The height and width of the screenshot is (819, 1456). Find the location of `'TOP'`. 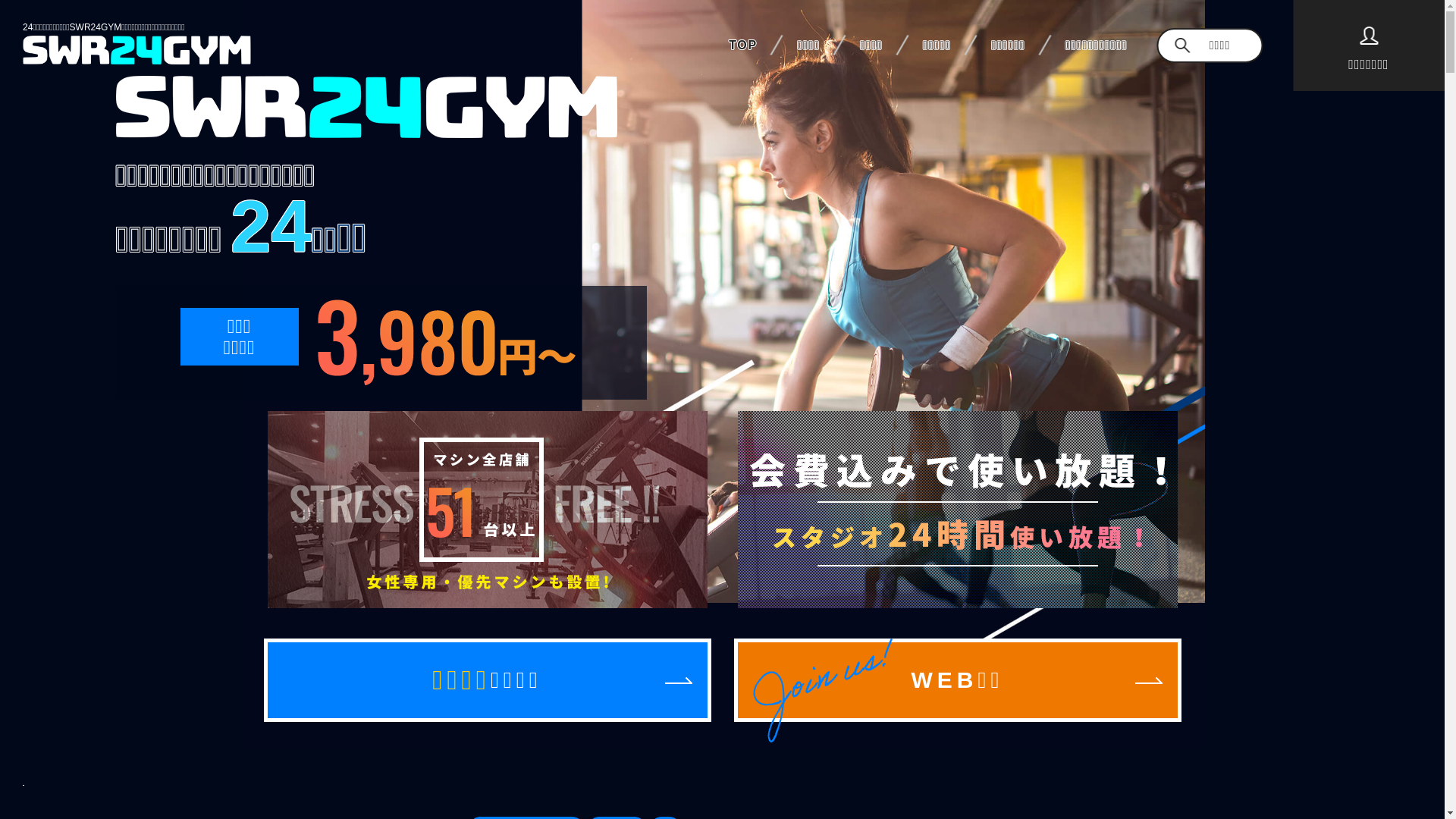

'TOP' is located at coordinates (728, 55).